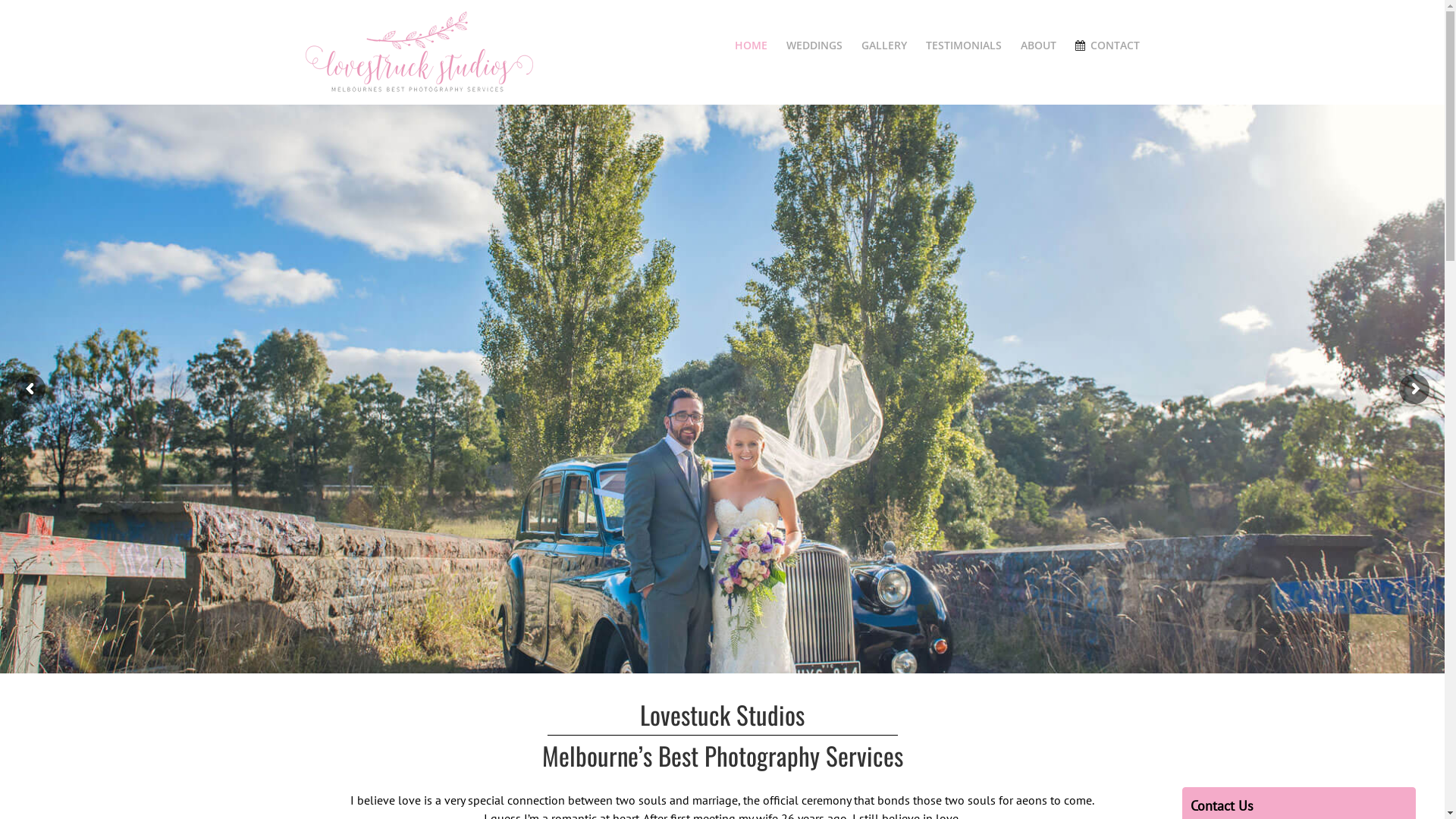  Describe the element at coordinates (751, 45) in the screenshot. I see `'HOME'` at that location.